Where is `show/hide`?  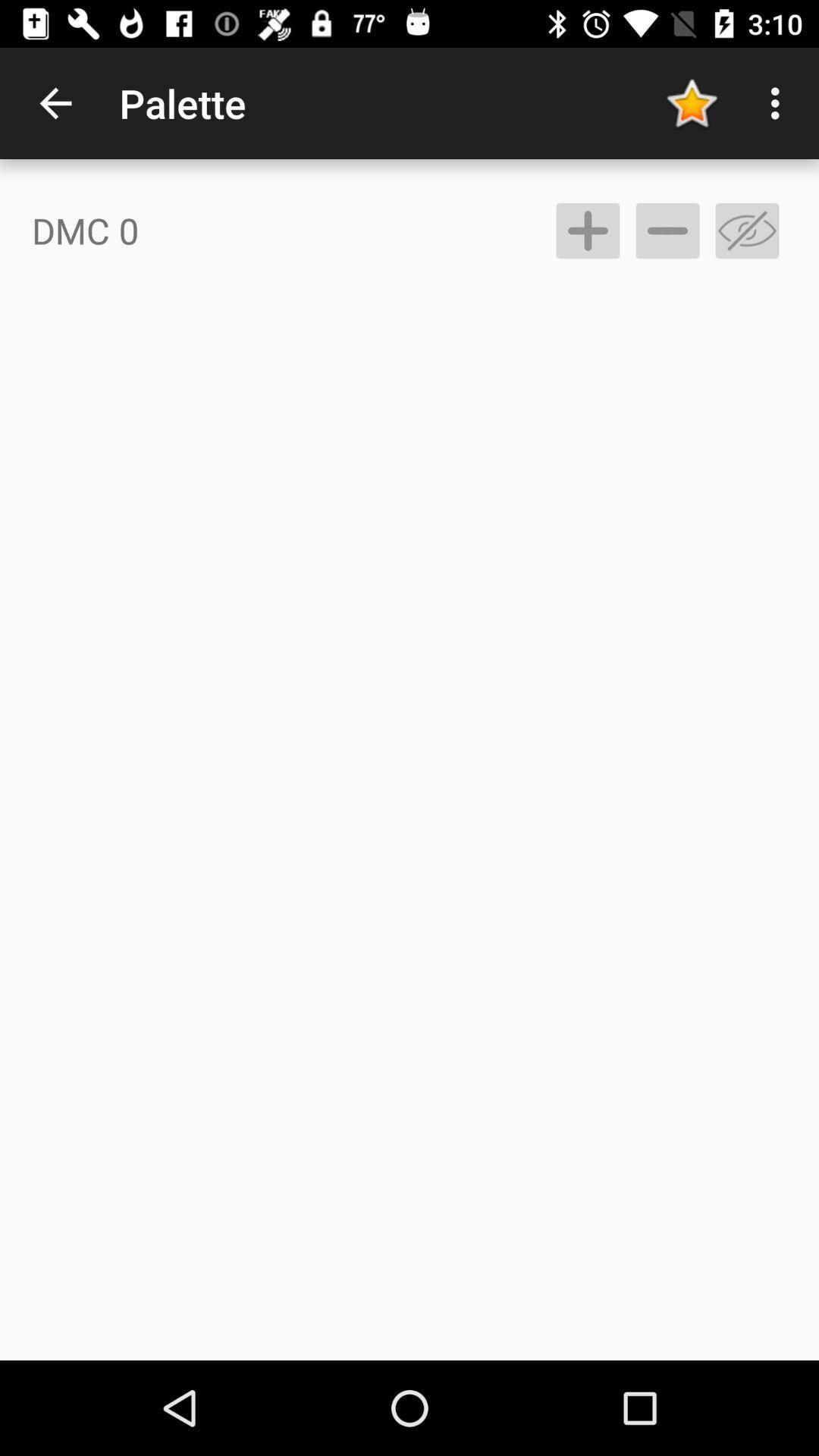
show/hide is located at coordinates (746, 230).